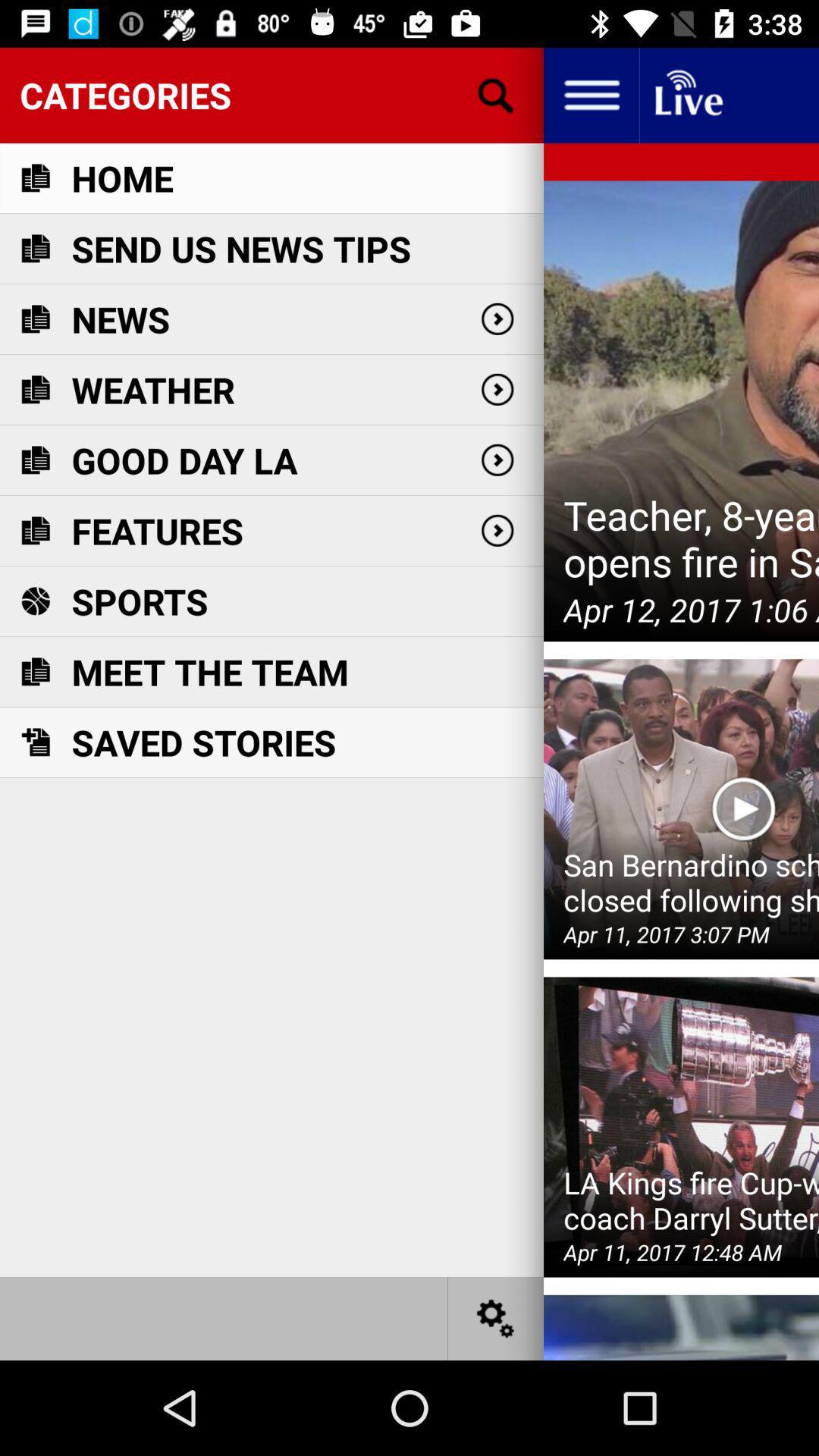  I want to click on the item below the home, so click(240, 249).